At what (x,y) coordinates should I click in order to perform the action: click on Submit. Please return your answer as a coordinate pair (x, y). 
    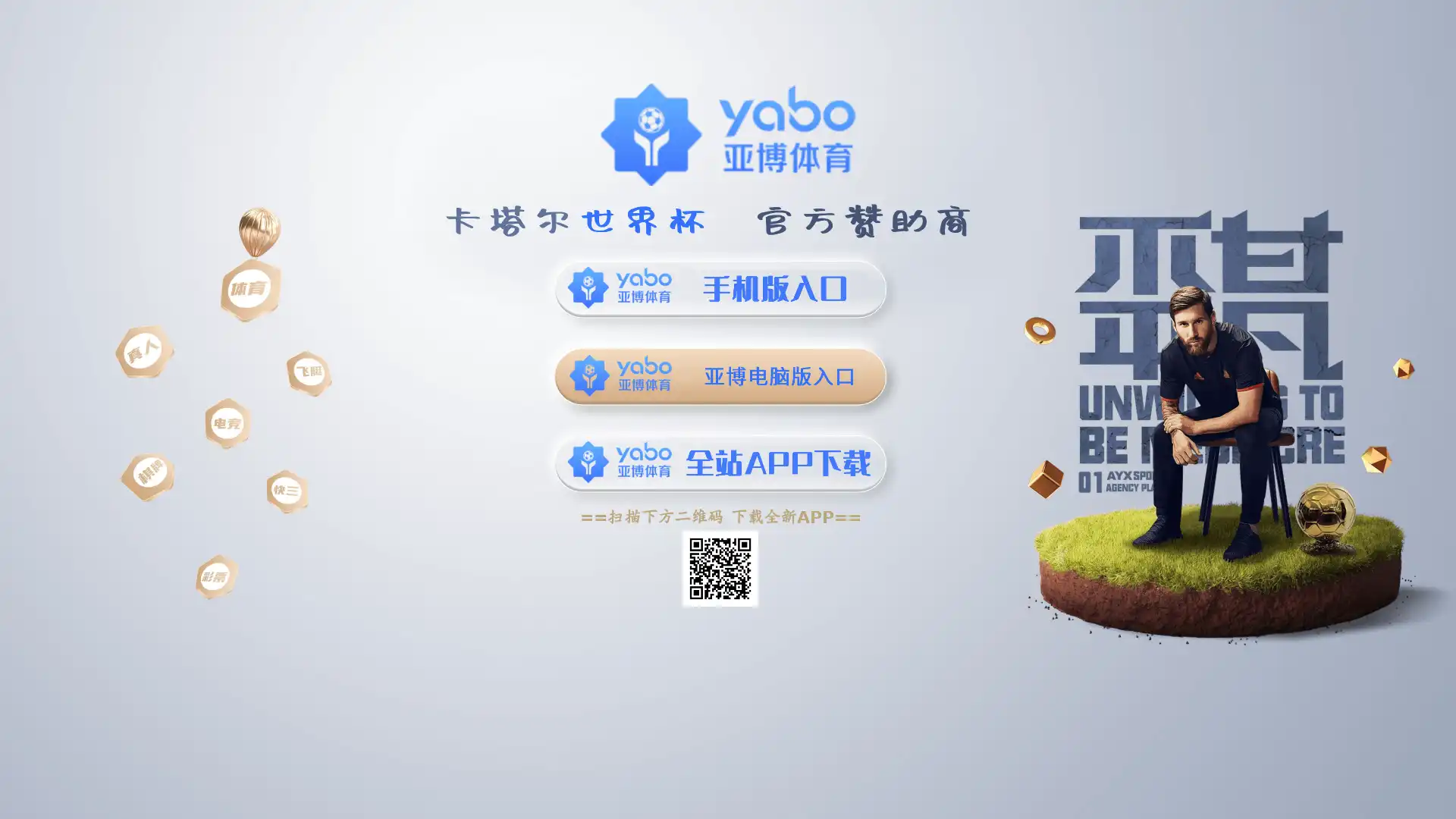
    Looking at the image, I should click on (1068, 278).